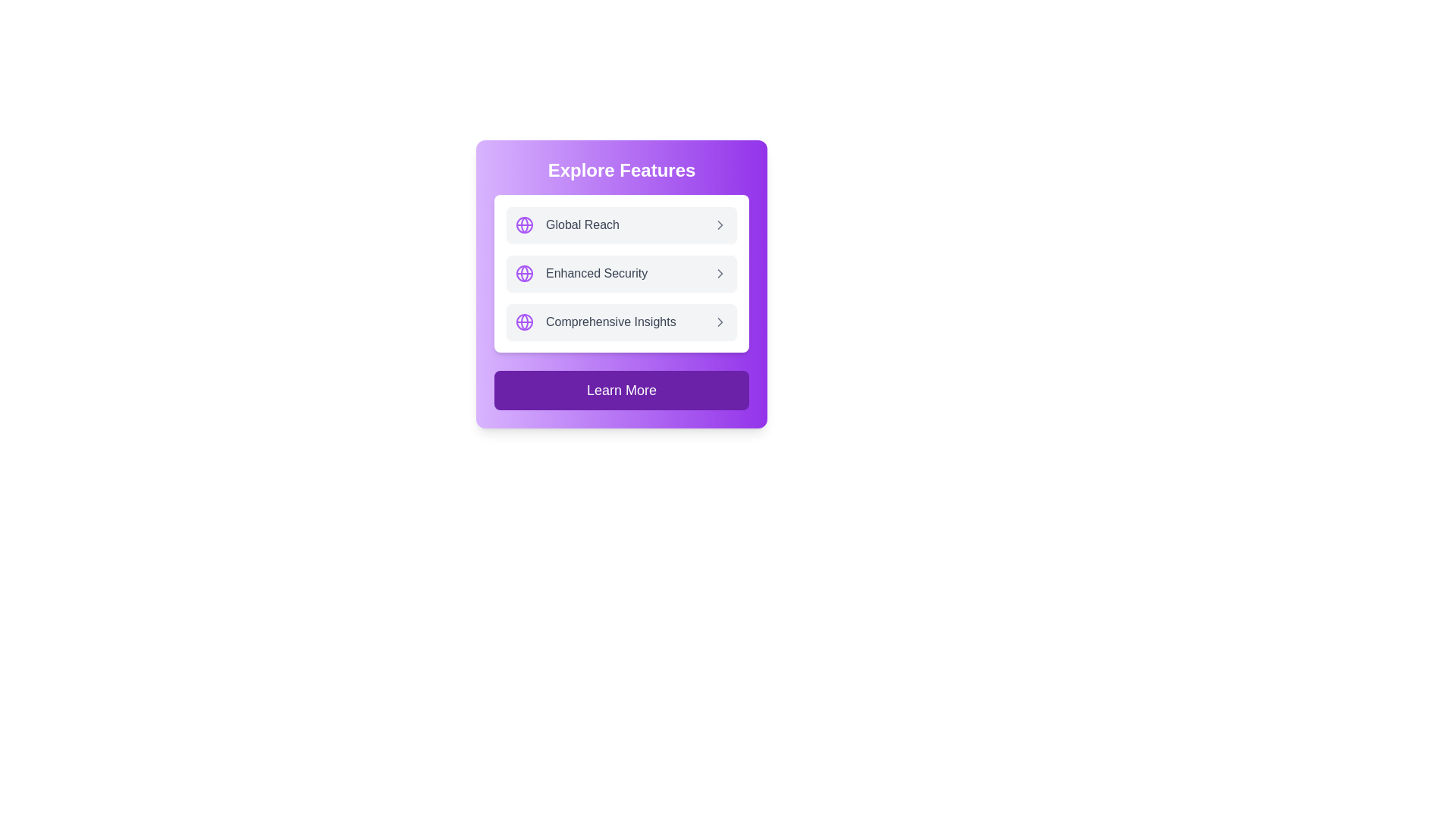 The height and width of the screenshot is (819, 1456). What do you see at coordinates (524, 274) in the screenshot?
I see `the central SVG circle of the 'Enhanced Security' feature icon, which is part of the 'Explore Features' list on a purple background` at bounding box center [524, 274].